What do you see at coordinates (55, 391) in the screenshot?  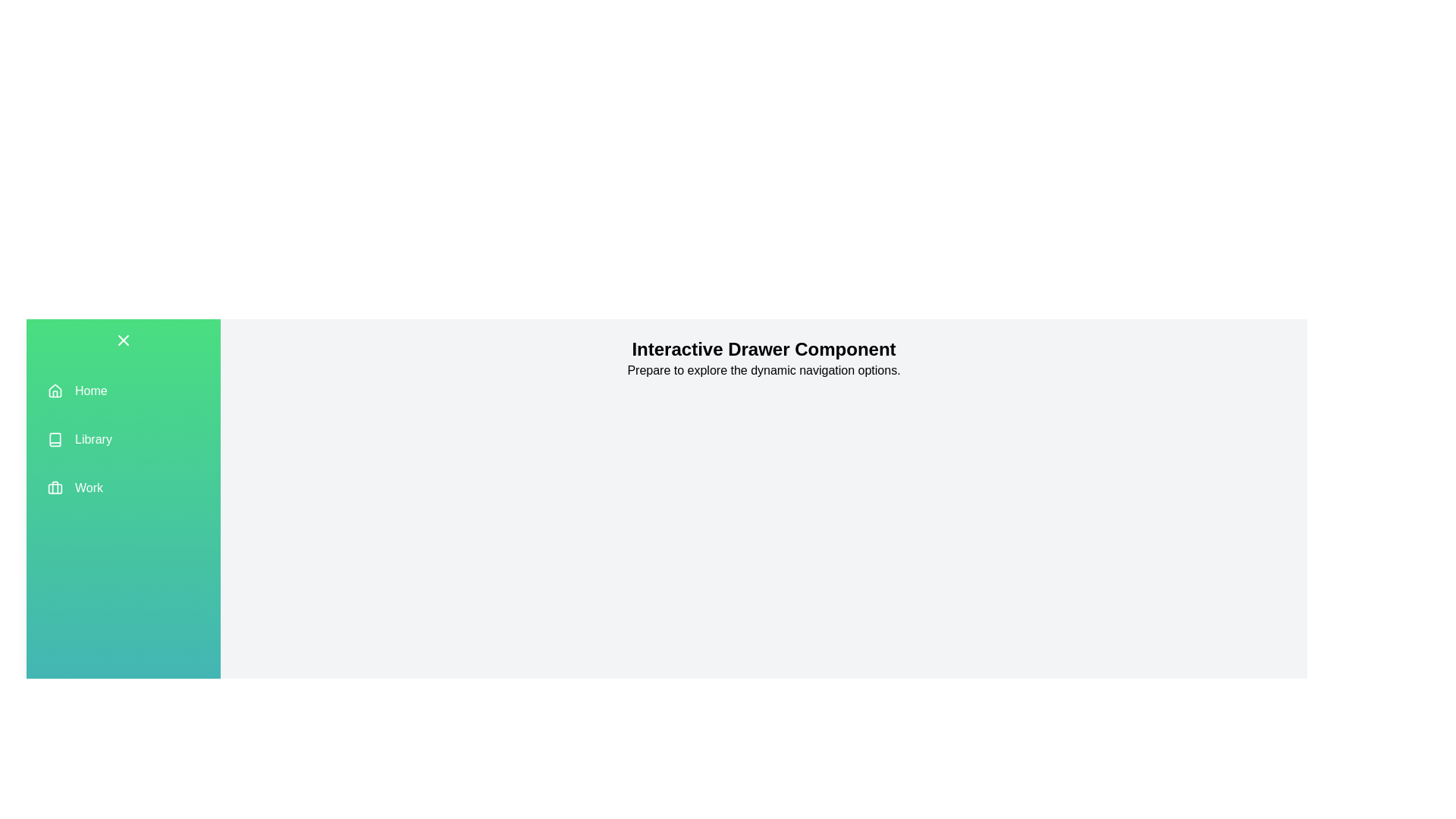 I see `the Home icon to trigger its functionality` at bounding box center [55, 391].